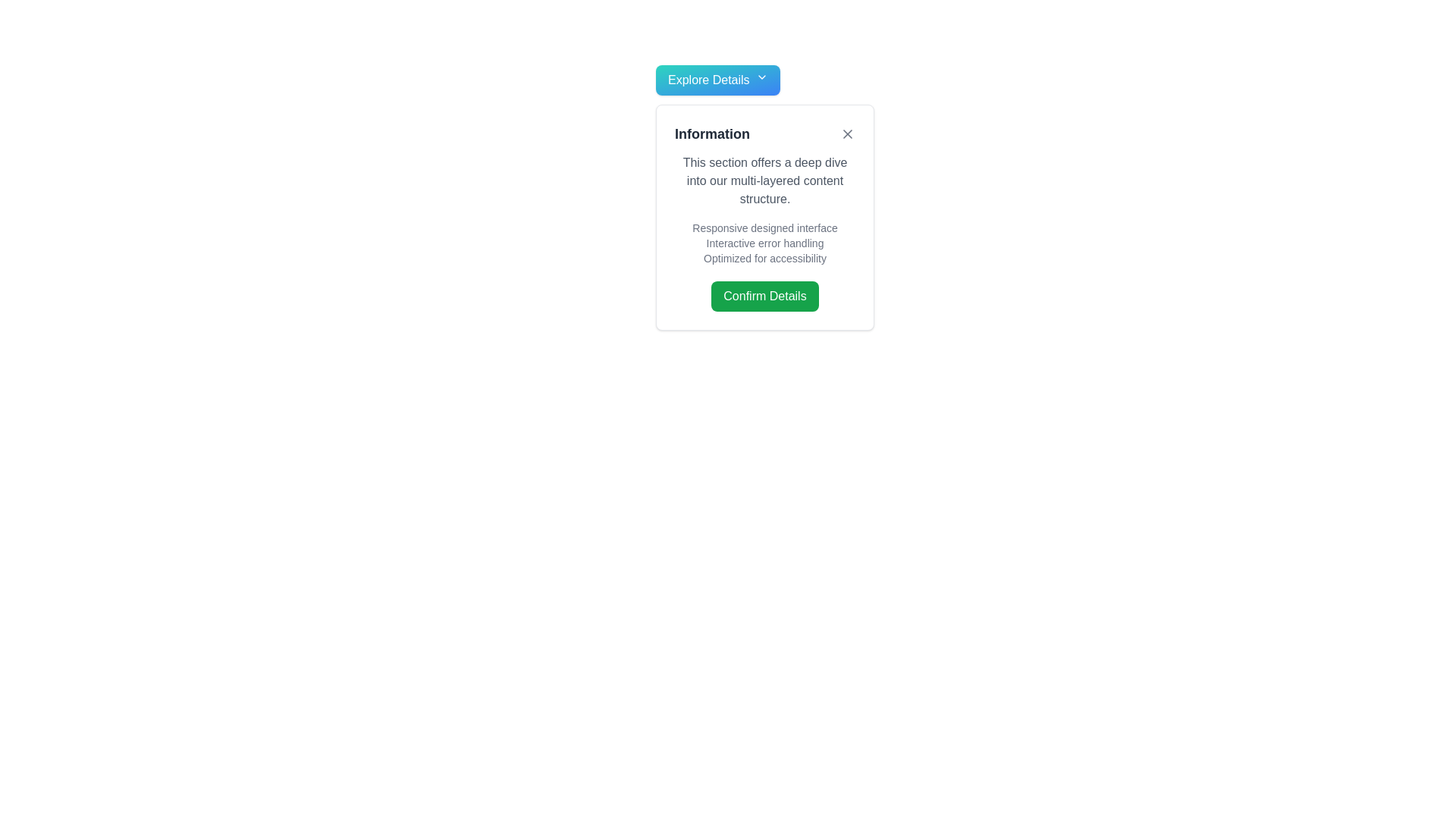 This screenshot has width=1456, height=819. I want to click on the Dropdown trigger button located near the top of the interface, slightly offset to the left, so click(764, 80).